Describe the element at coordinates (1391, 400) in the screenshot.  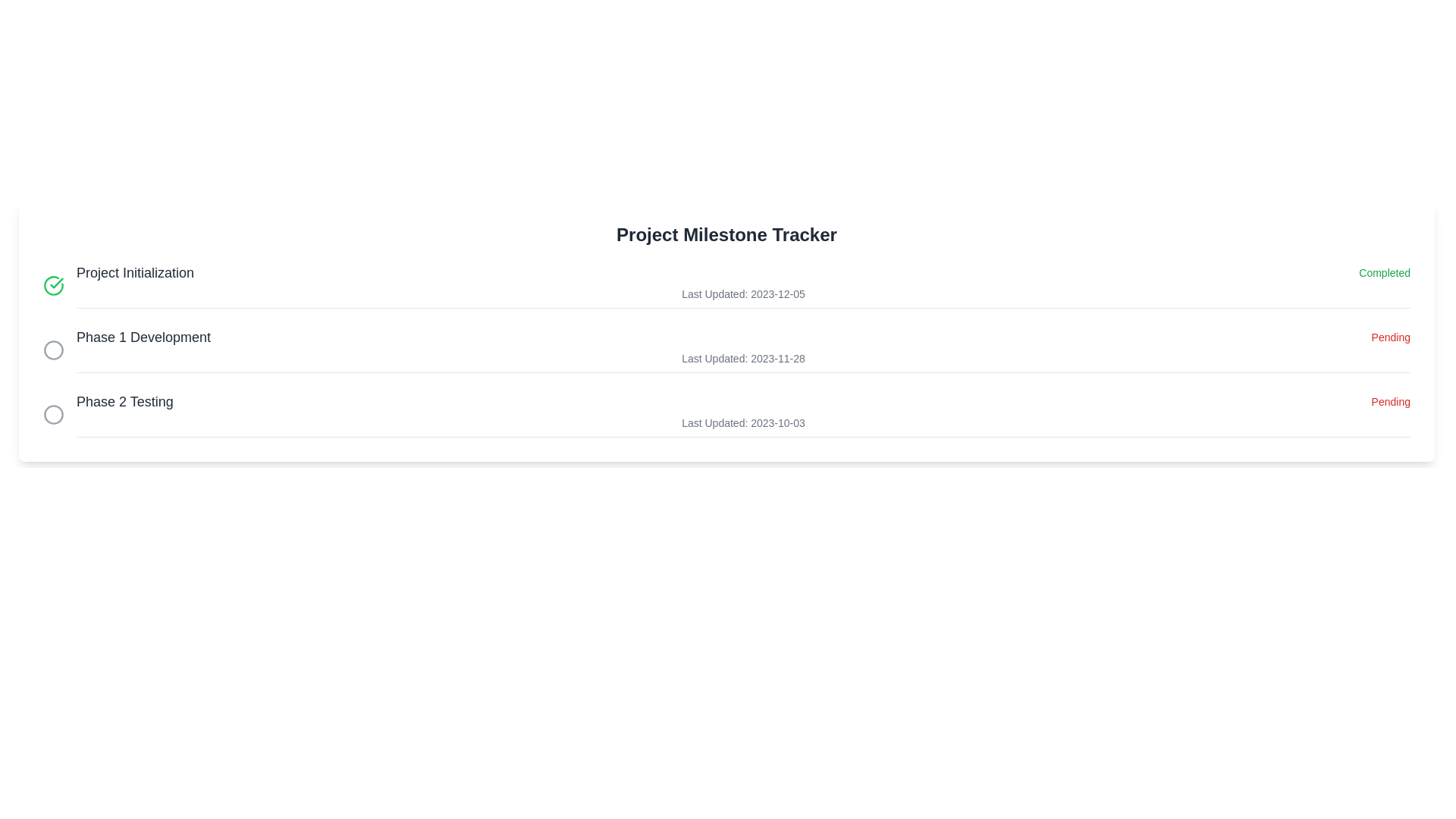
I see `the text label indicating the status of 'Phase 2 Testing' which shows 'Pending'` at that location.